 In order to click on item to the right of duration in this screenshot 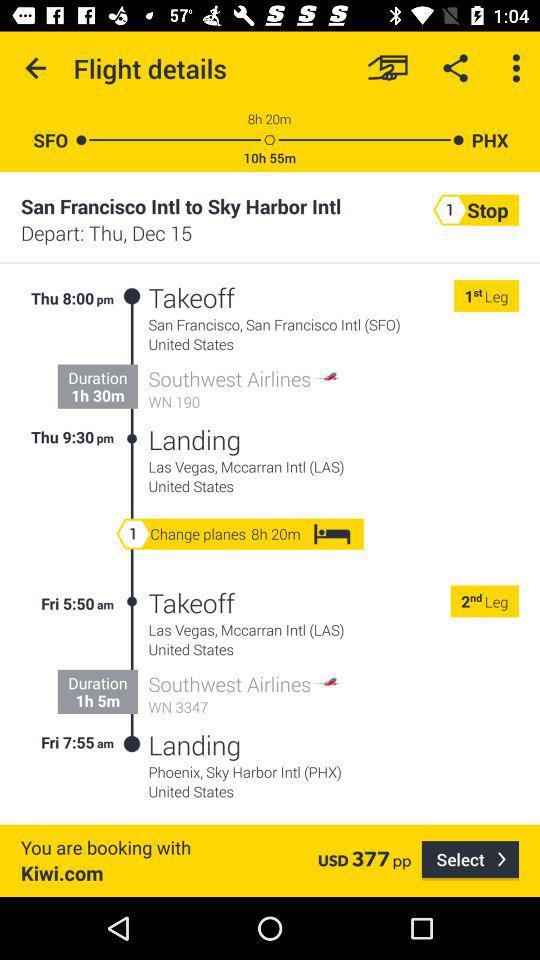, I will do `click(132, 367)`.